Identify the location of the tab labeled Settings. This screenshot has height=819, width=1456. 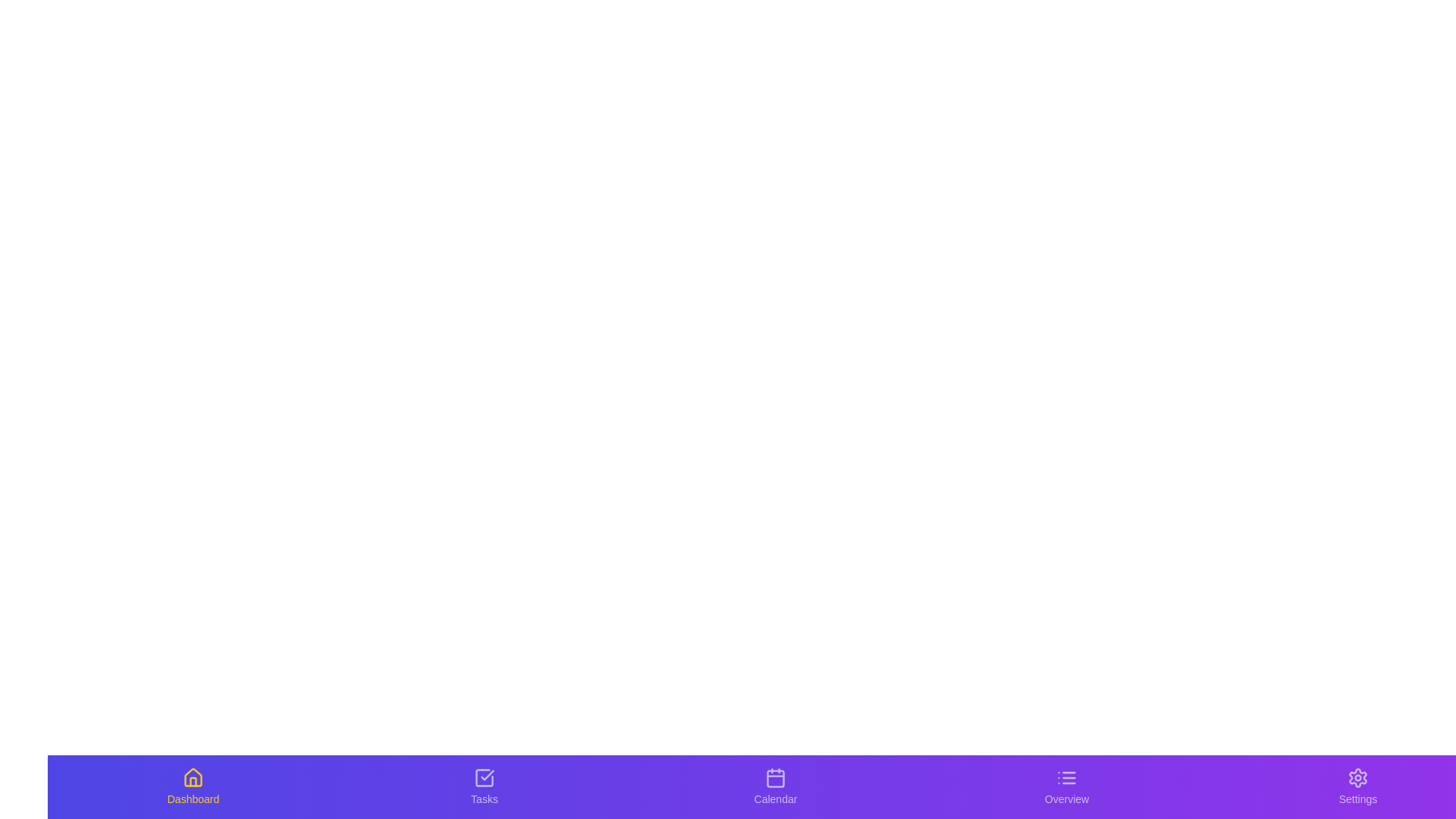
(1357, 786).